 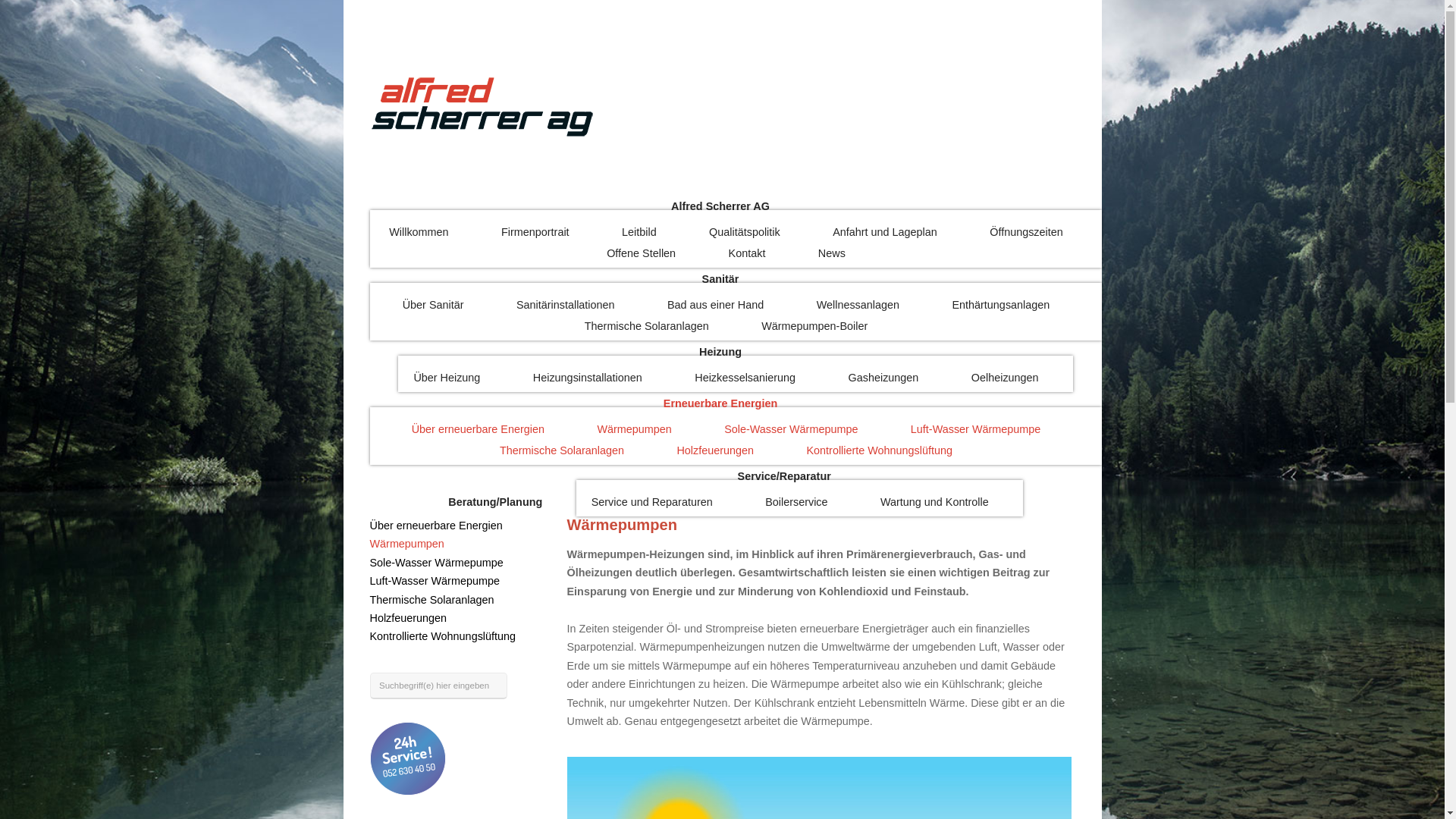 I want to click on 'Heizkesselsanierung', so click(x=745, y=380).